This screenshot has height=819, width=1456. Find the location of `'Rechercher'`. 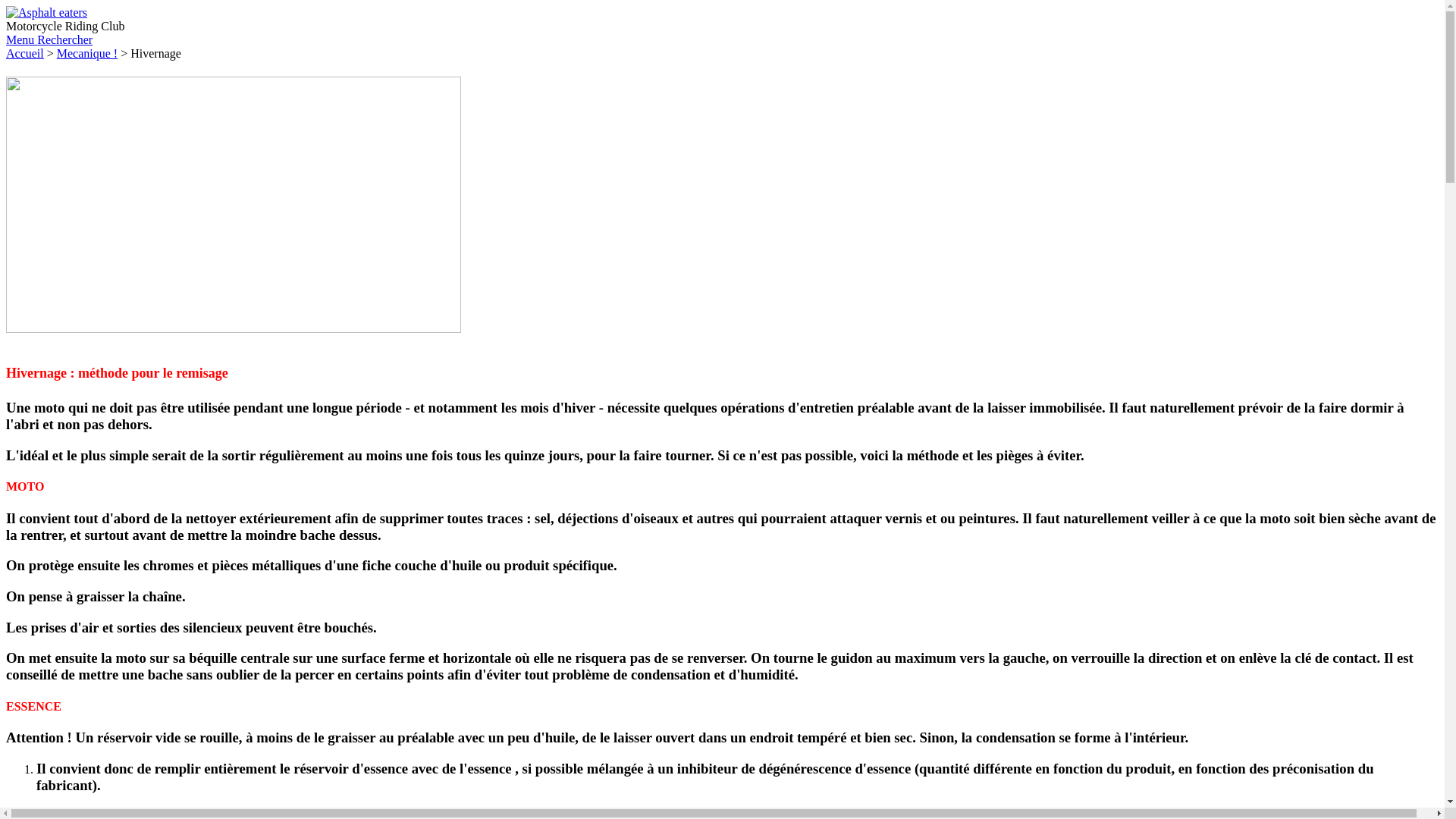

'Rechercher' is located at coordinates (36, 39).